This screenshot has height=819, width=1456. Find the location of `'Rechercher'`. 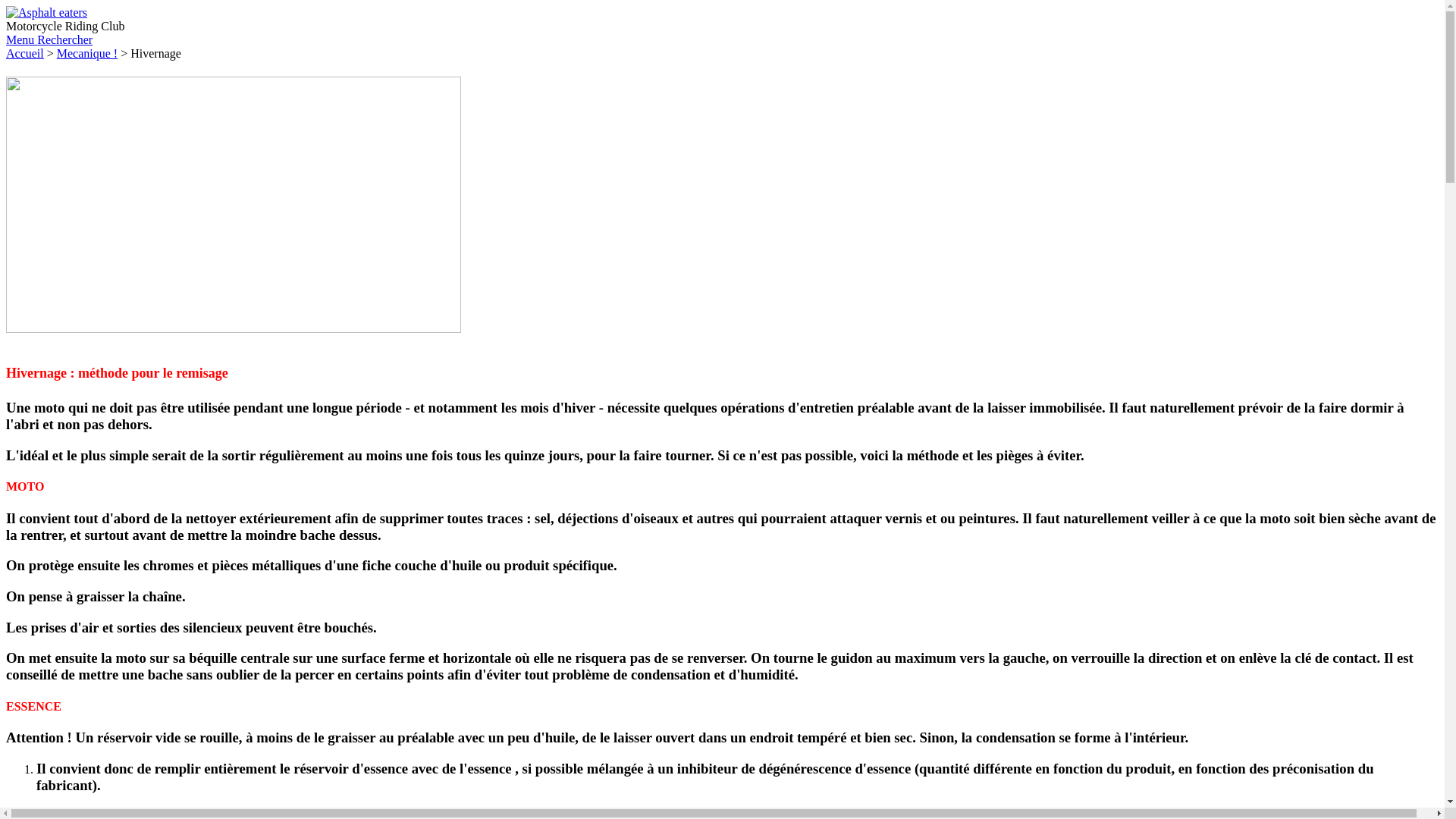

'Rechercher' is located at coordinates (36, 39).